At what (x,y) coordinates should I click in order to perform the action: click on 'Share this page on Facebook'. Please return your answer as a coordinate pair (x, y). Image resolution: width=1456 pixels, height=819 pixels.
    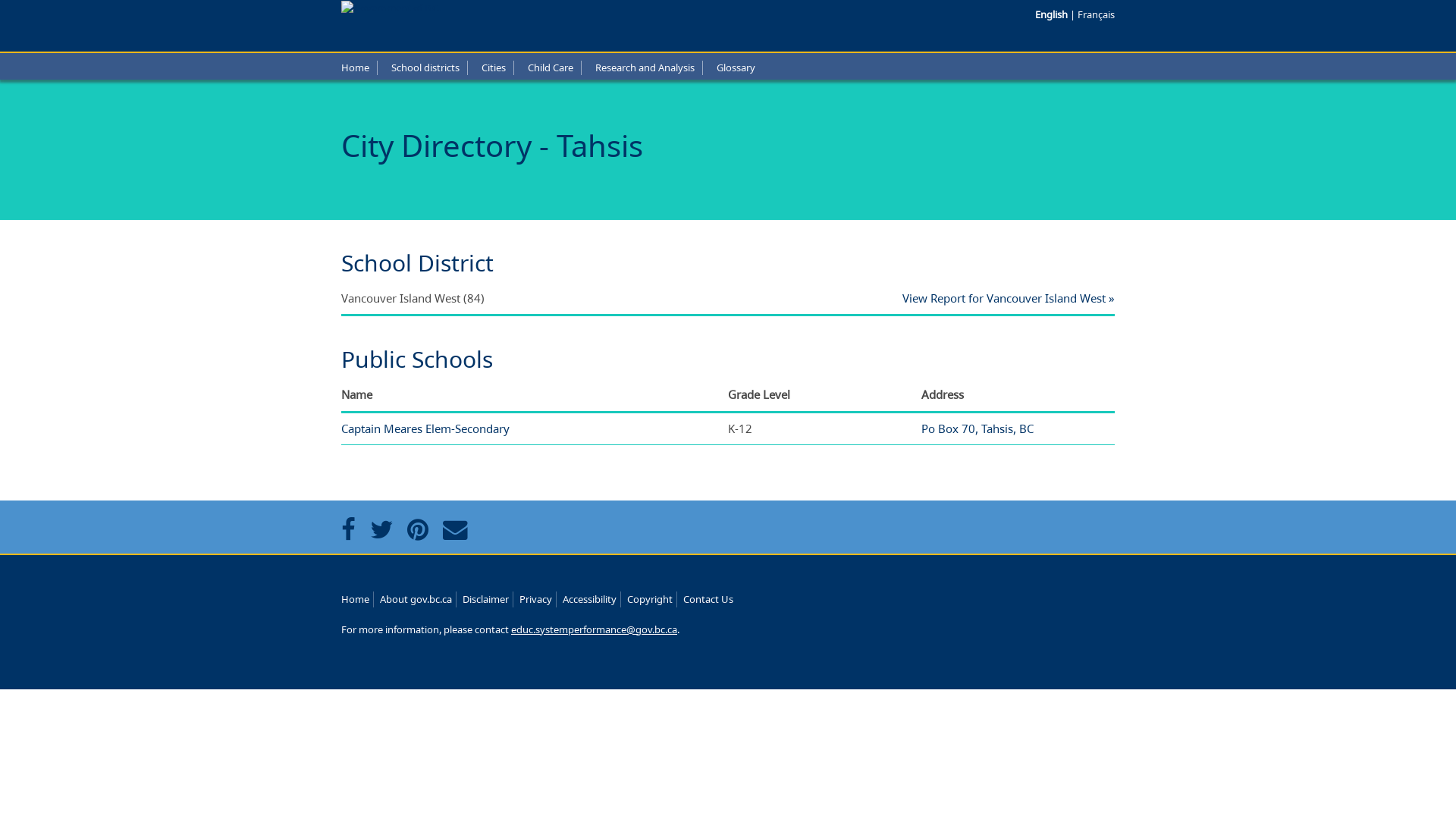
    Looking at the image, I should click on (340, 528).